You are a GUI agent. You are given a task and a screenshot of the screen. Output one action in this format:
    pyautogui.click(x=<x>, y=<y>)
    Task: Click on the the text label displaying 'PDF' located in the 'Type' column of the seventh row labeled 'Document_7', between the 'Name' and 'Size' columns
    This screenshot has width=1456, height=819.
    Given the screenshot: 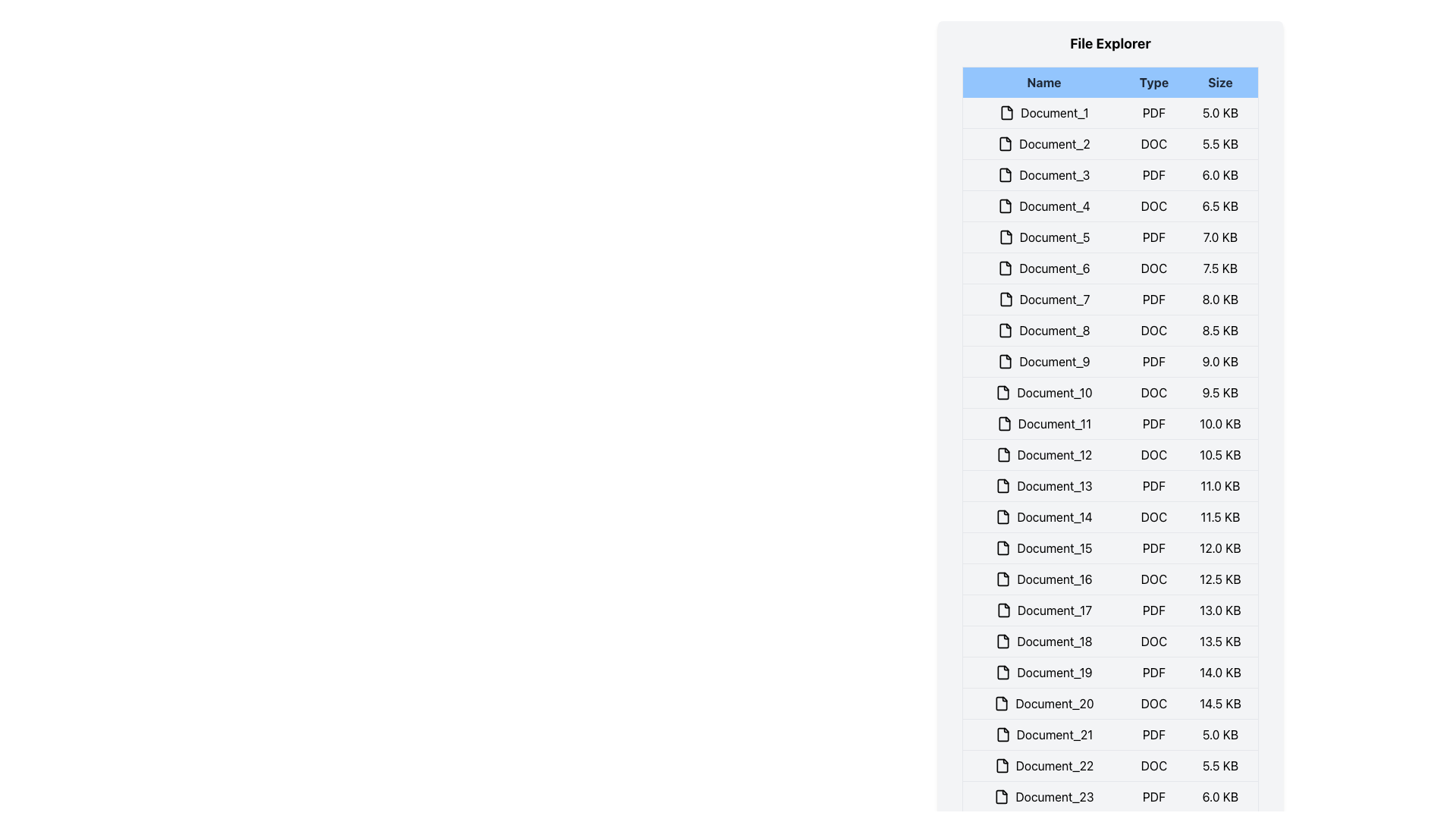 What is the action you would take?
    pyautogui.click(x=1153, y=299)
    